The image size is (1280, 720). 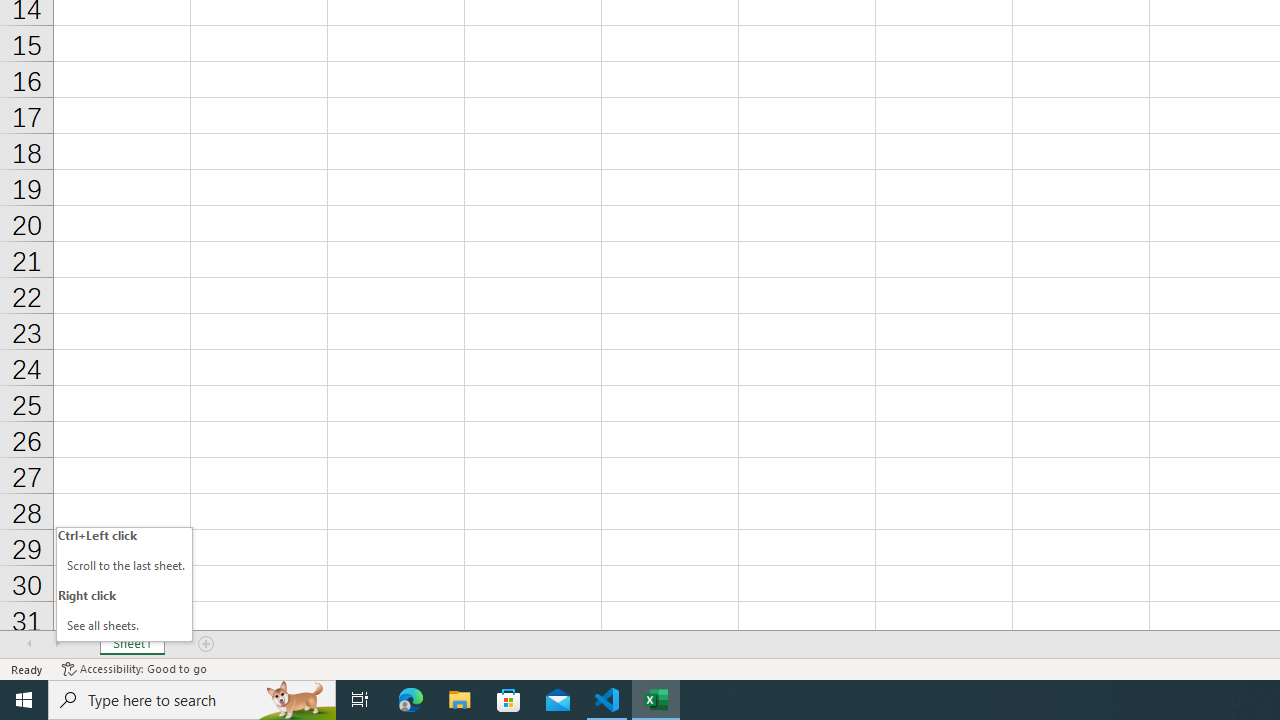 I want to click on 'Add Sheet', so click(x=207, y=644).